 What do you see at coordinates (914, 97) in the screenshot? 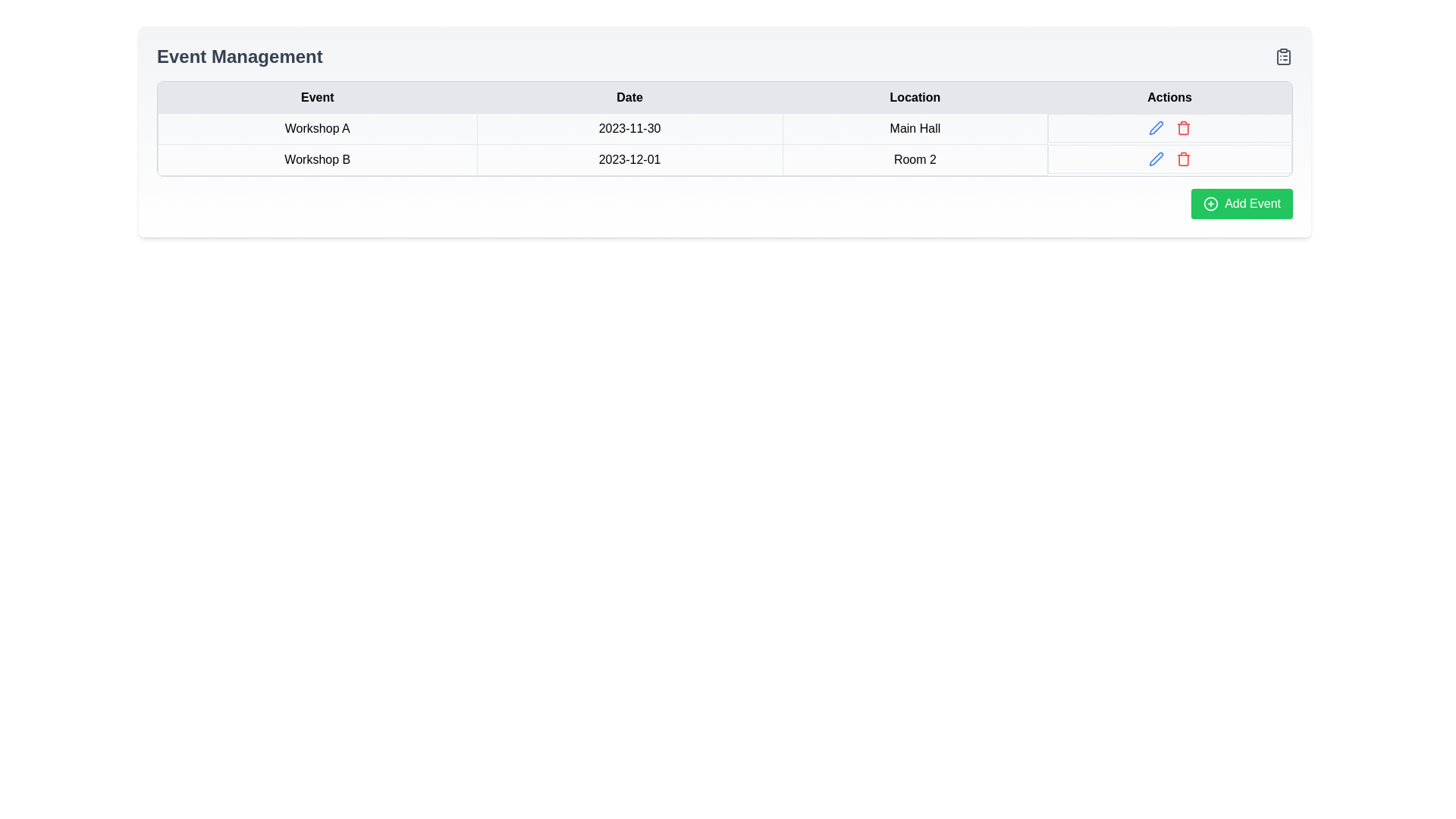
I see `the 'Location' header cell in the table, which is the third cell in the header row, located between the 'Date' and 'Actions' cells` at bounding box center [914, 97].